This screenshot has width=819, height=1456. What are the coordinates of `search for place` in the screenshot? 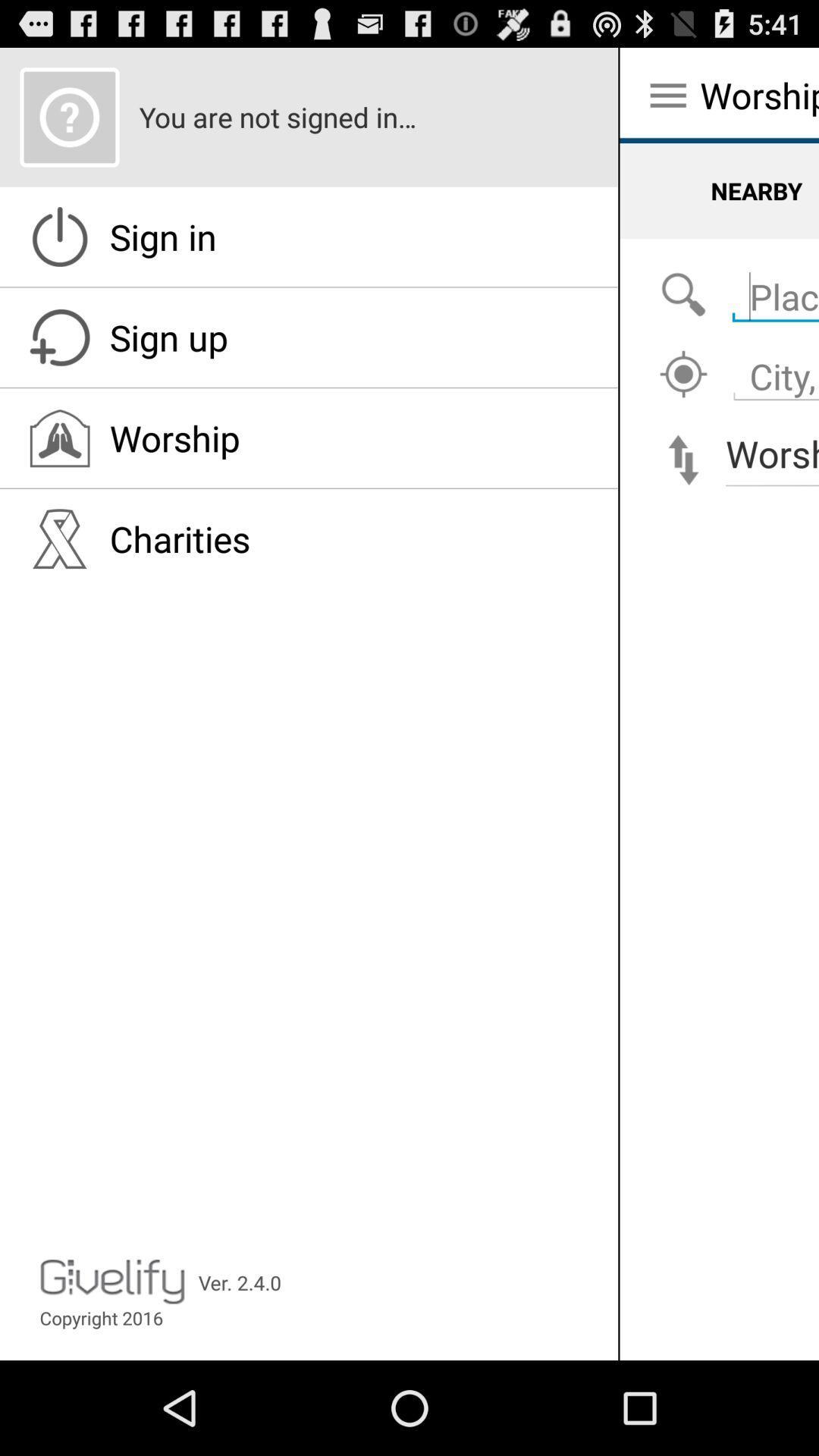 It's located at (772, 288).